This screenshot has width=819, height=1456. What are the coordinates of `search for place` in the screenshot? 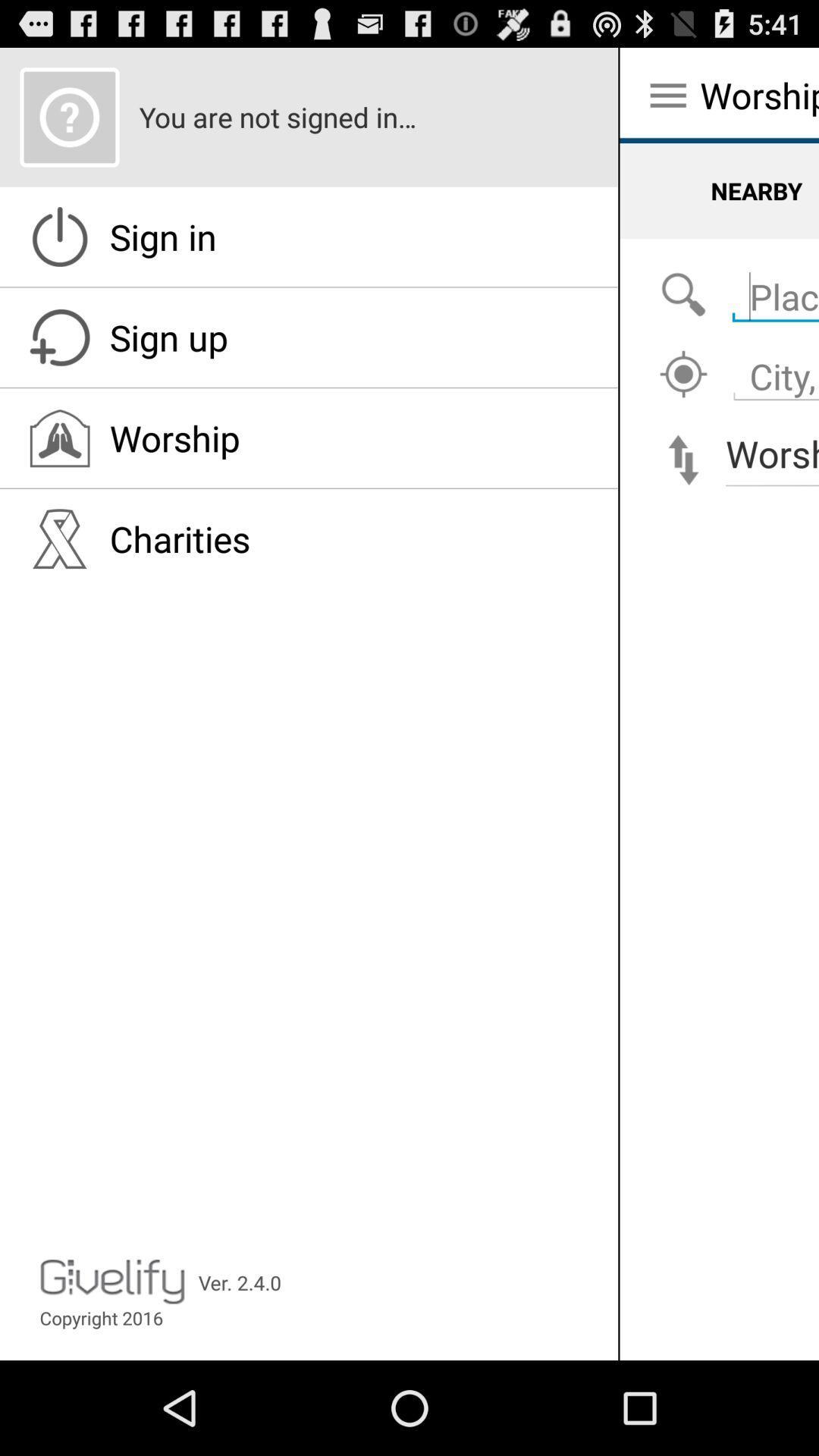 It's located at (772, 288).